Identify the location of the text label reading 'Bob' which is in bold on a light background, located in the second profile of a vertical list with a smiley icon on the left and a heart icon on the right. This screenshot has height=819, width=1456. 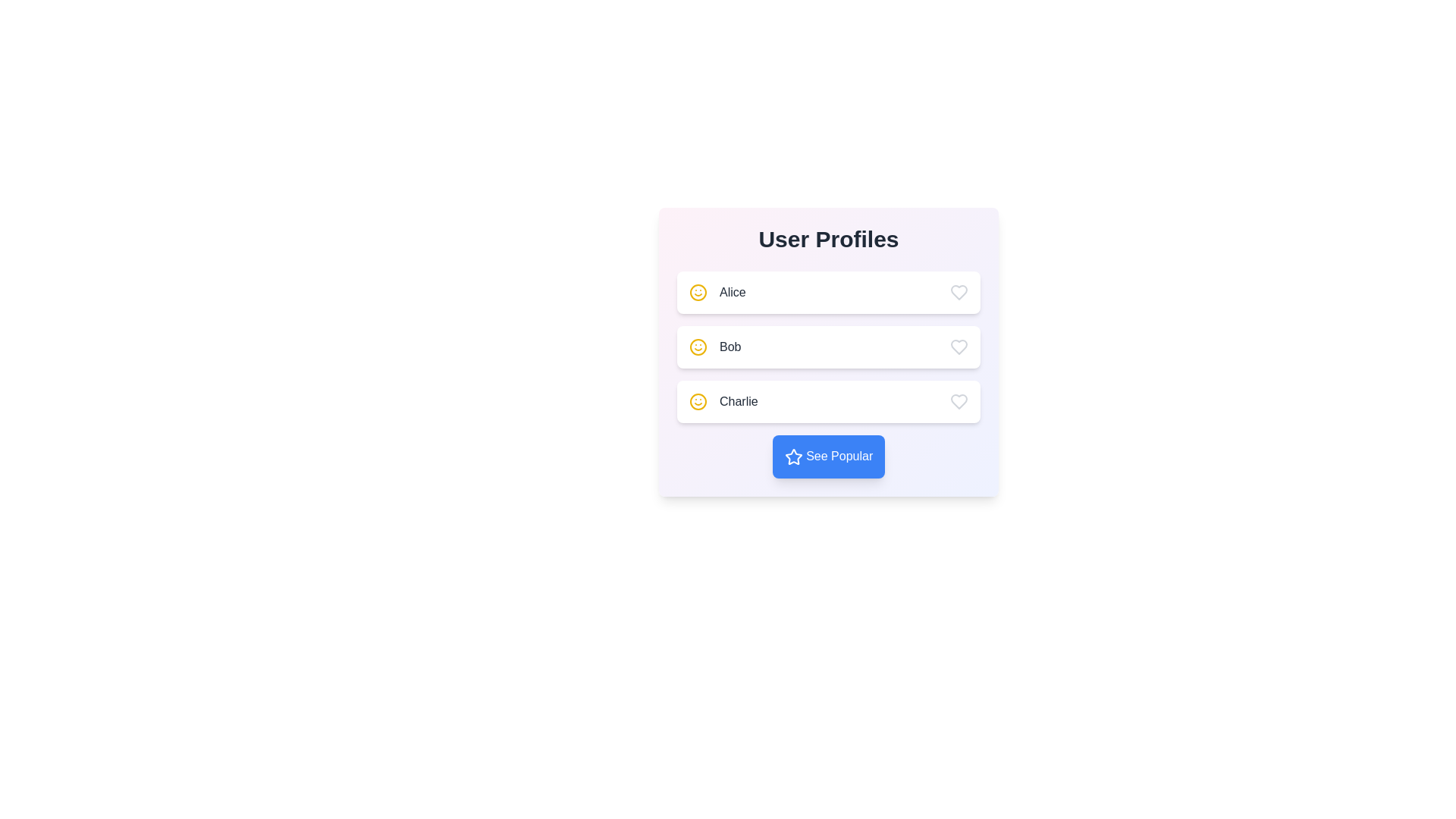
(730, 347).